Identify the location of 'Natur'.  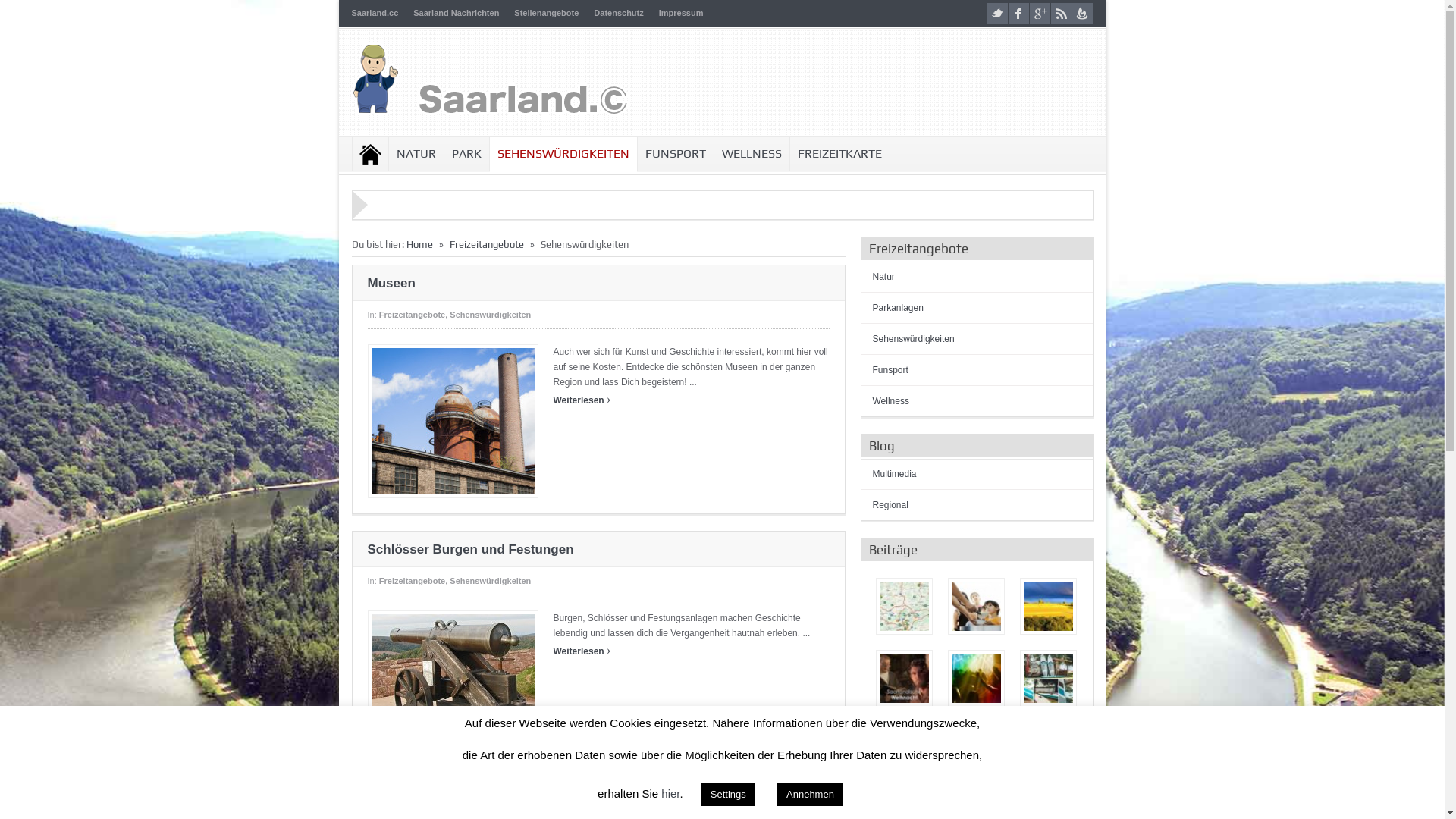
(872, 277).